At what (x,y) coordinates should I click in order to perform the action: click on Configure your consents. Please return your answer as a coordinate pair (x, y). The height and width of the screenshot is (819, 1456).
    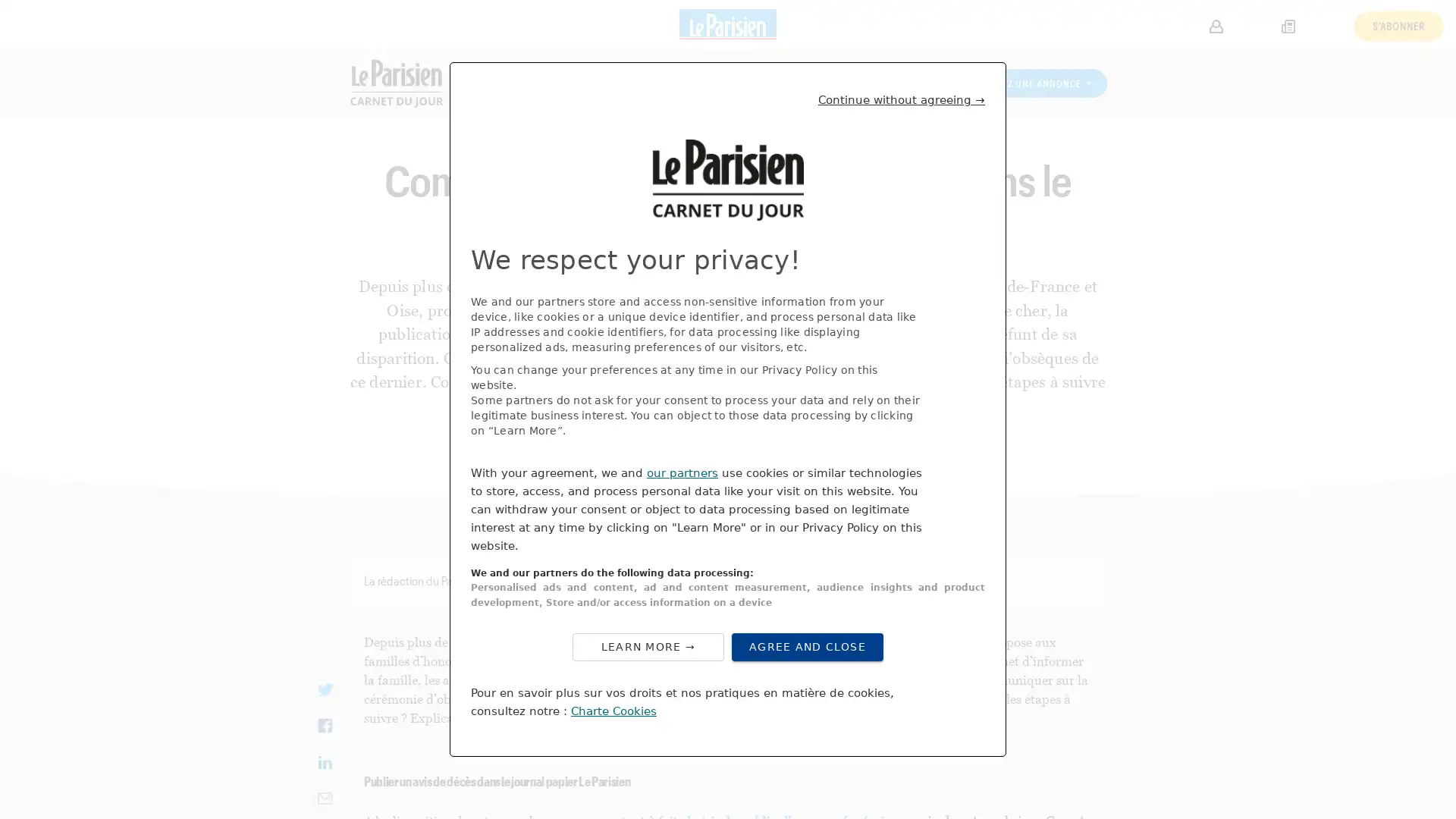
    Looking at the image, I should click on (648, 646).